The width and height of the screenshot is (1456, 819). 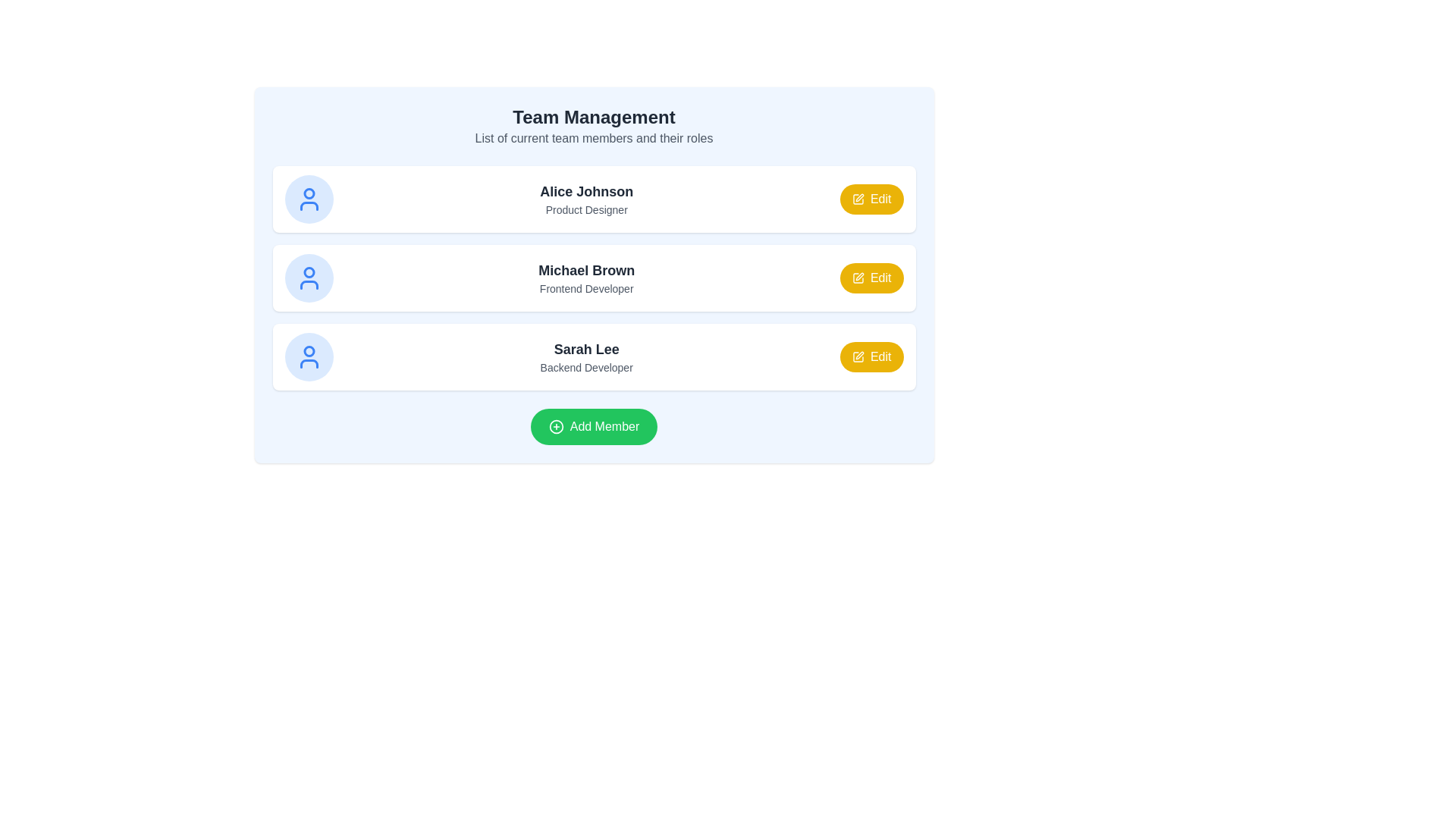 I want to click on the team member icon representing Alice Johnson, a Product Designer, located at the top of the Team Management section, so click(x=308, y=198).